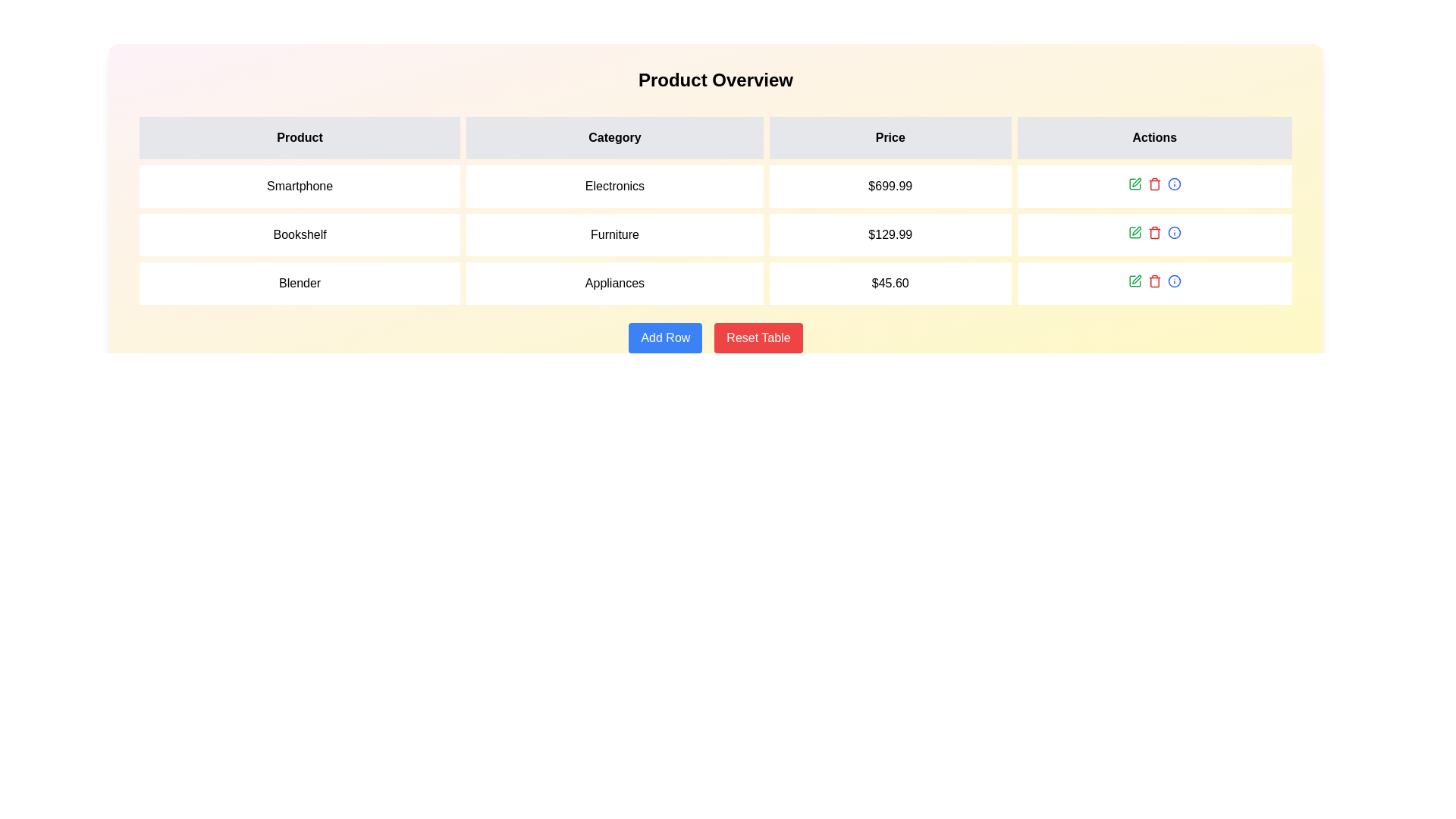  What do you see at coordinates (890, 137) in the screenshot?
I see `the Table Header Cell that labels the 'Price' column, located in the header row of the table between the 'Category' and 'Actions' columns` at bounding box center [890, 137].